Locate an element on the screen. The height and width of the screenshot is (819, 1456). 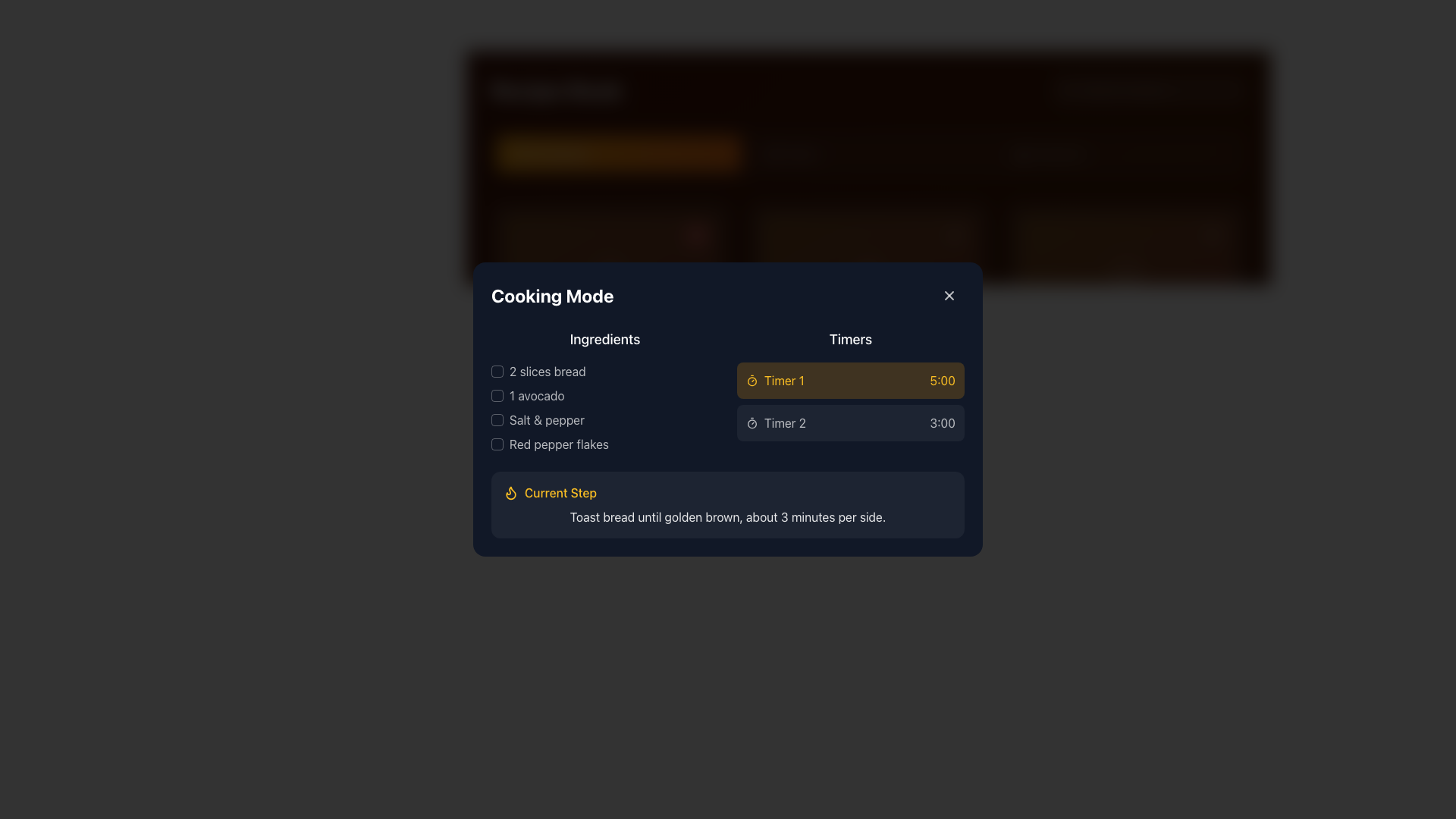
the leftmost Label with Icon that serves as a descriptor for the associated timer set to '3:00' is located at coordinates (776, 423).